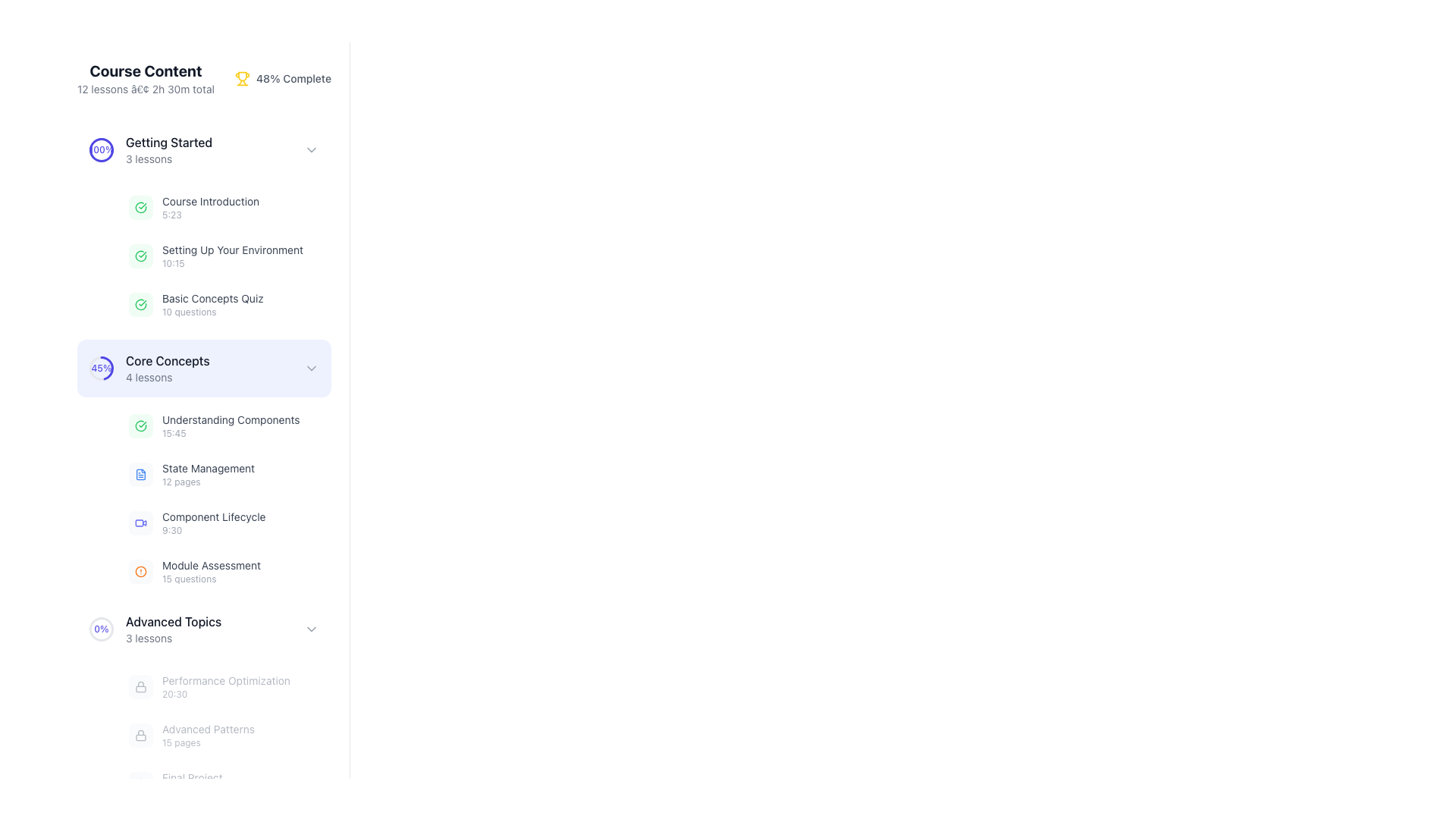 Image resolution: width=1456 pixels, height=819 pixels. Describe the element at coordinates (225, 680) in the screenshot. I see `the static text label presenting the title 'Performance Optimization' located in the 'Advanced Topics' section, positioned above the duration text '20:30'` at that location.